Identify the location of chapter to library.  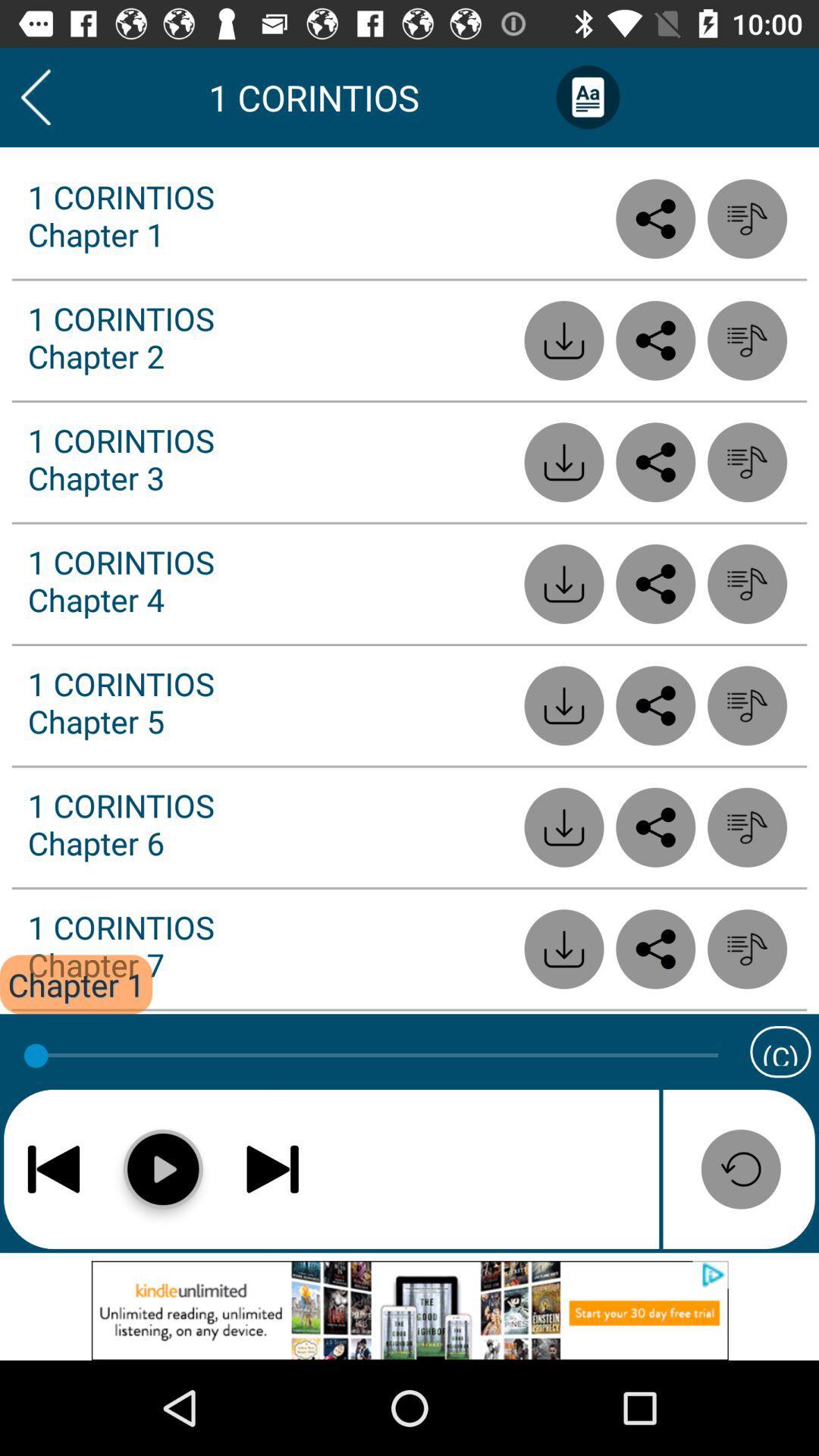
(746, 827).